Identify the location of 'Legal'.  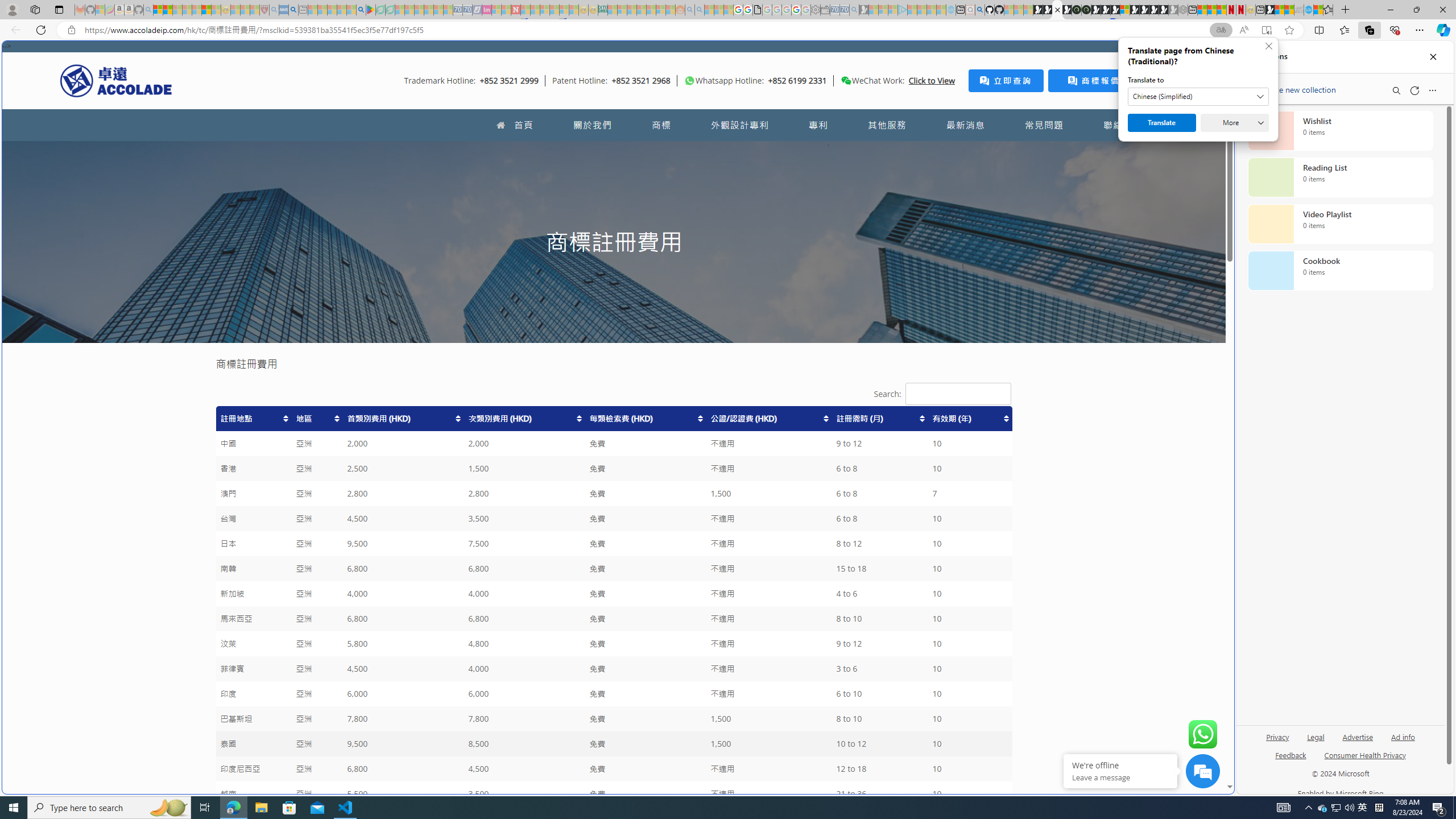
(1316, 736).